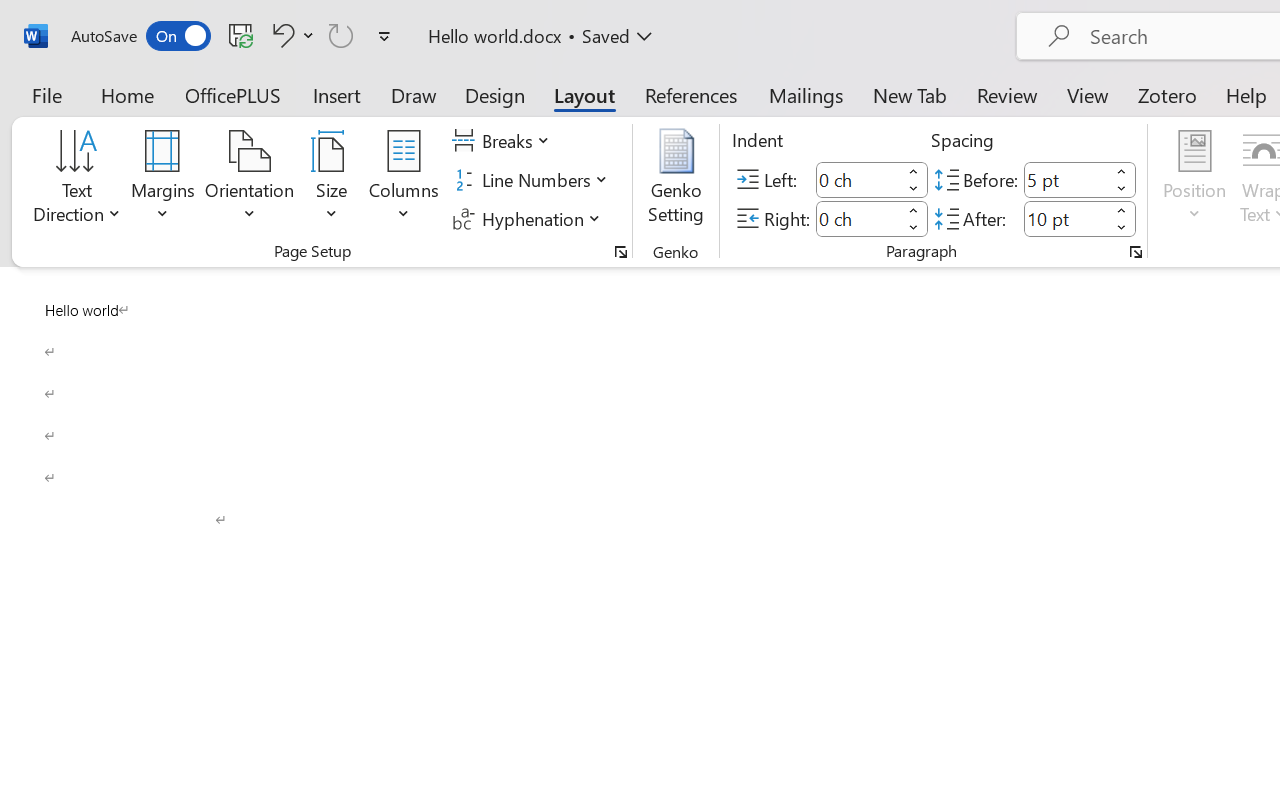  What do you see at coordinates (858, 178) in the screenshot?
I see `'Indent Left'` at bounding box center [858, 178].